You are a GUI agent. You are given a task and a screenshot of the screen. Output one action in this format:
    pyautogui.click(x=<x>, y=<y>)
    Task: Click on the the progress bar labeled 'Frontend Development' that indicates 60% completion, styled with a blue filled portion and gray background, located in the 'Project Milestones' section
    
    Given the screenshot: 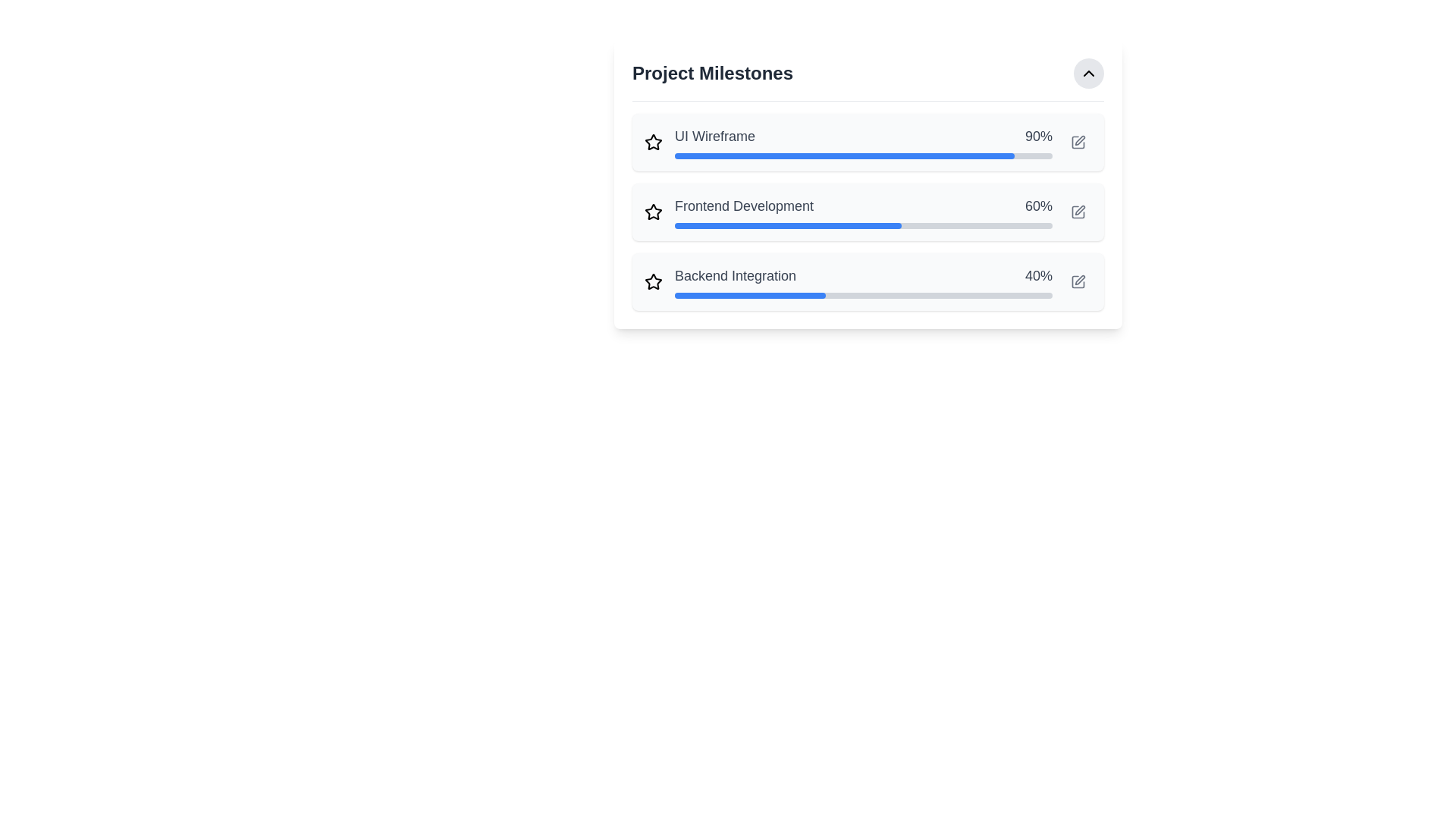 What is the action you would take?
    pyautogui.click(x=868, y=212)
    